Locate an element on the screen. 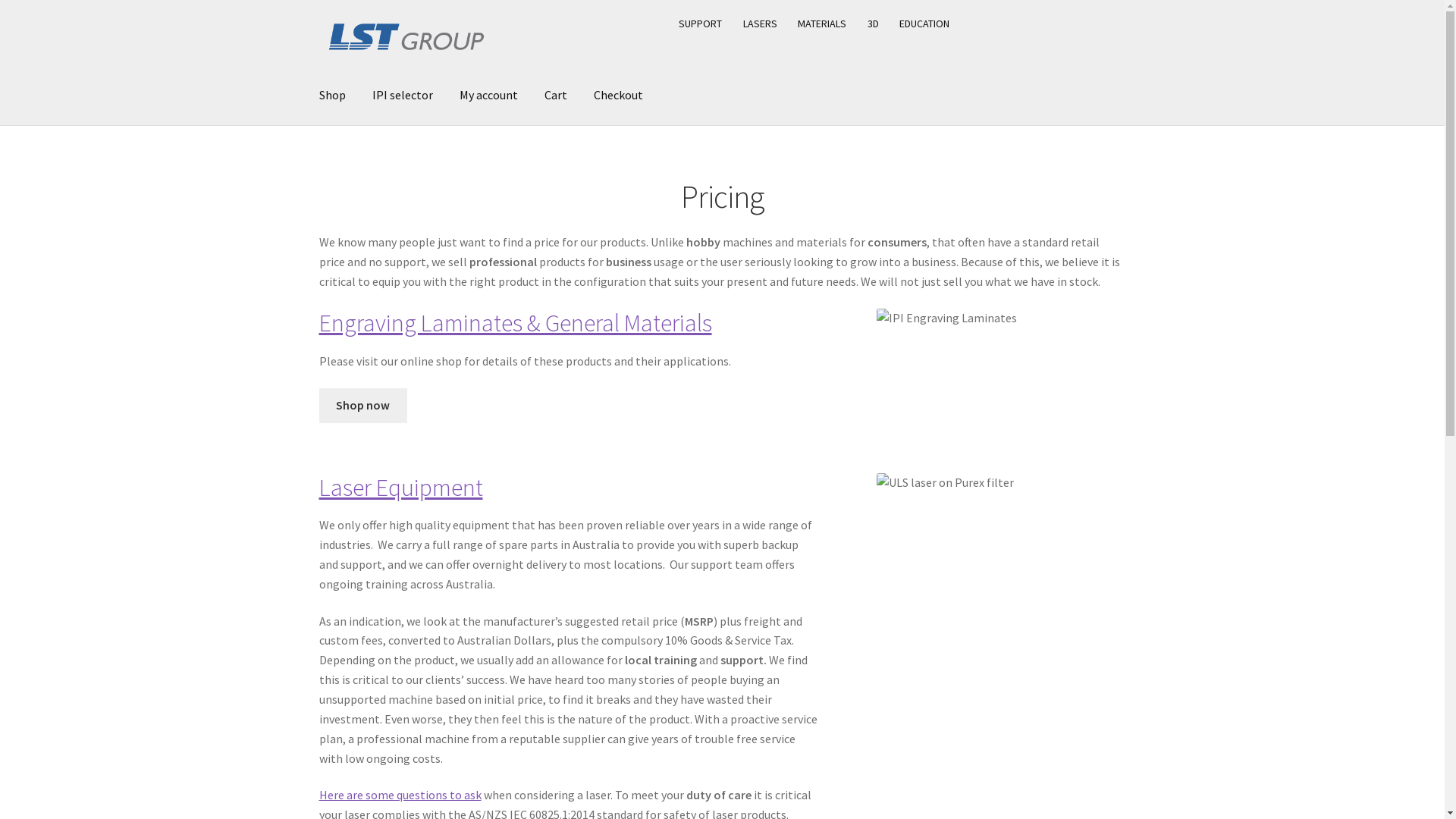 This screenshot has width=1456, height=819. 'Shop' is located at coordinates (331, 96).